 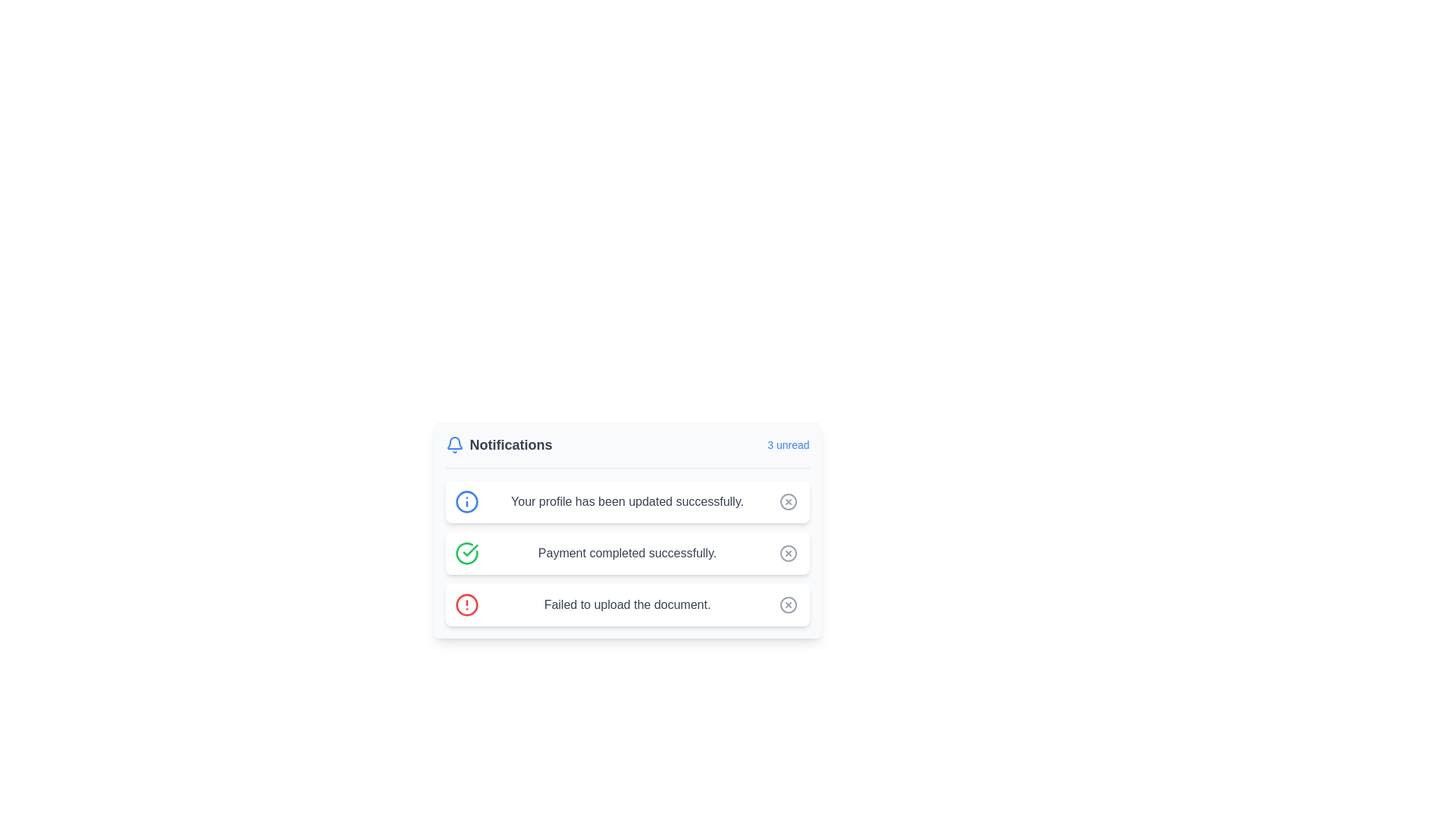 I want to click on the central circular part of the information icon, which is the first graphical element in the list of notification items, to draw attention to the associated notification about profile updates, so click(x=466, y=502).